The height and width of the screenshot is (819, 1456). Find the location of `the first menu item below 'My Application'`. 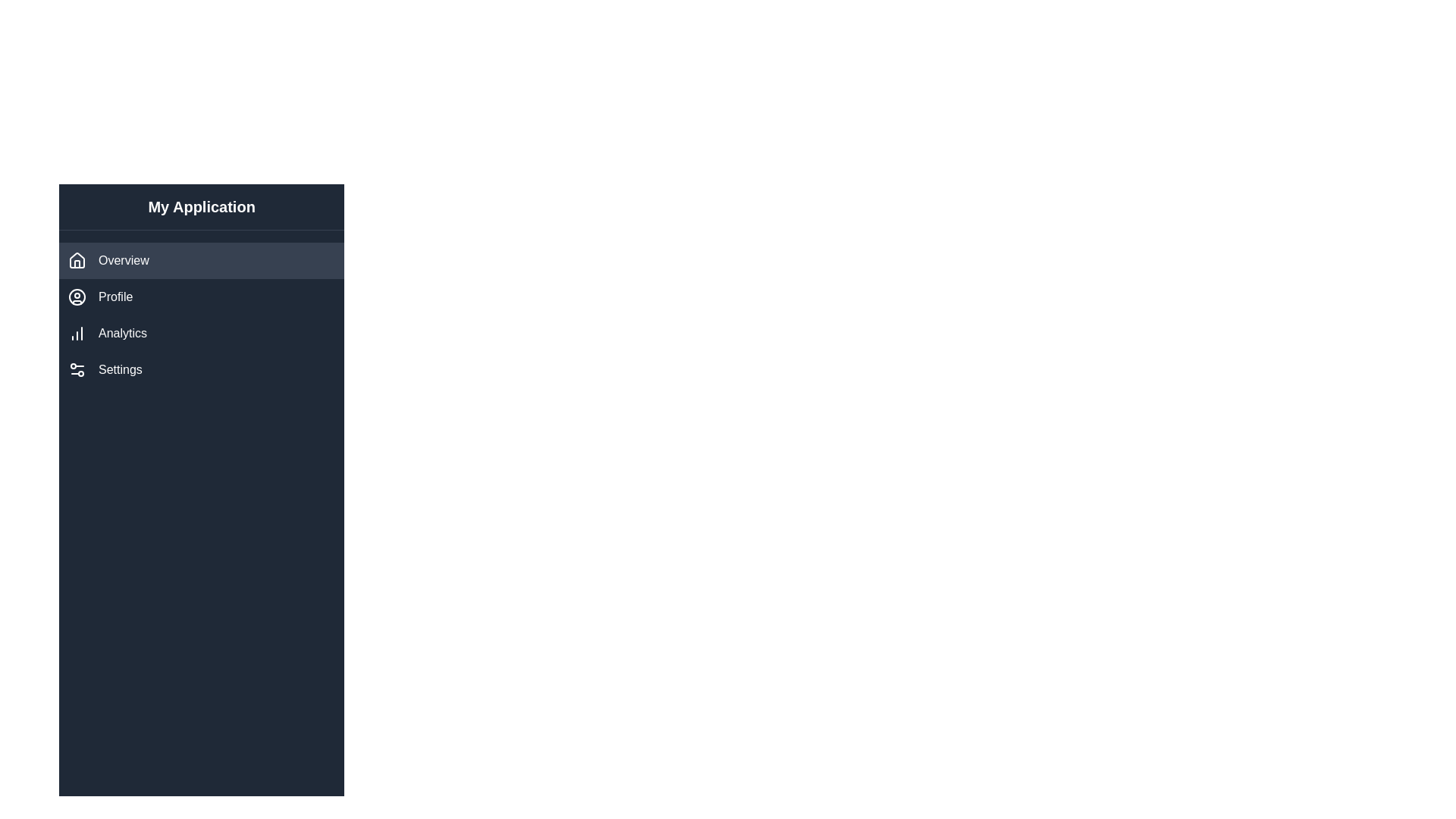

the first menu item below 'My Application' is located at coordinates (201, 259).